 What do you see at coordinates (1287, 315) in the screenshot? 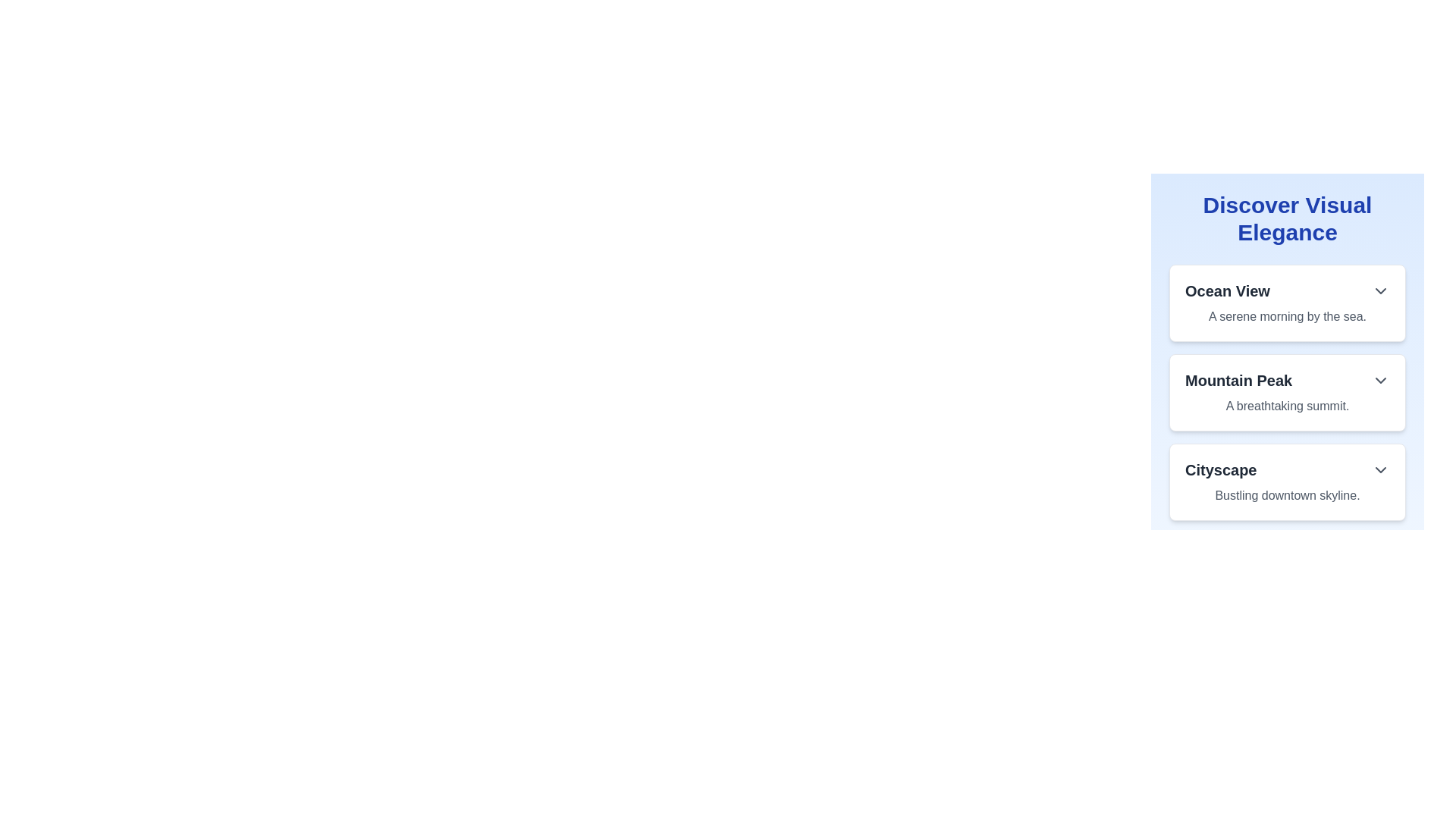
I see `descriptive text located at the bottom of the 'Ocean View' card, which provides context for the title` at bounding box center [1287, 315].